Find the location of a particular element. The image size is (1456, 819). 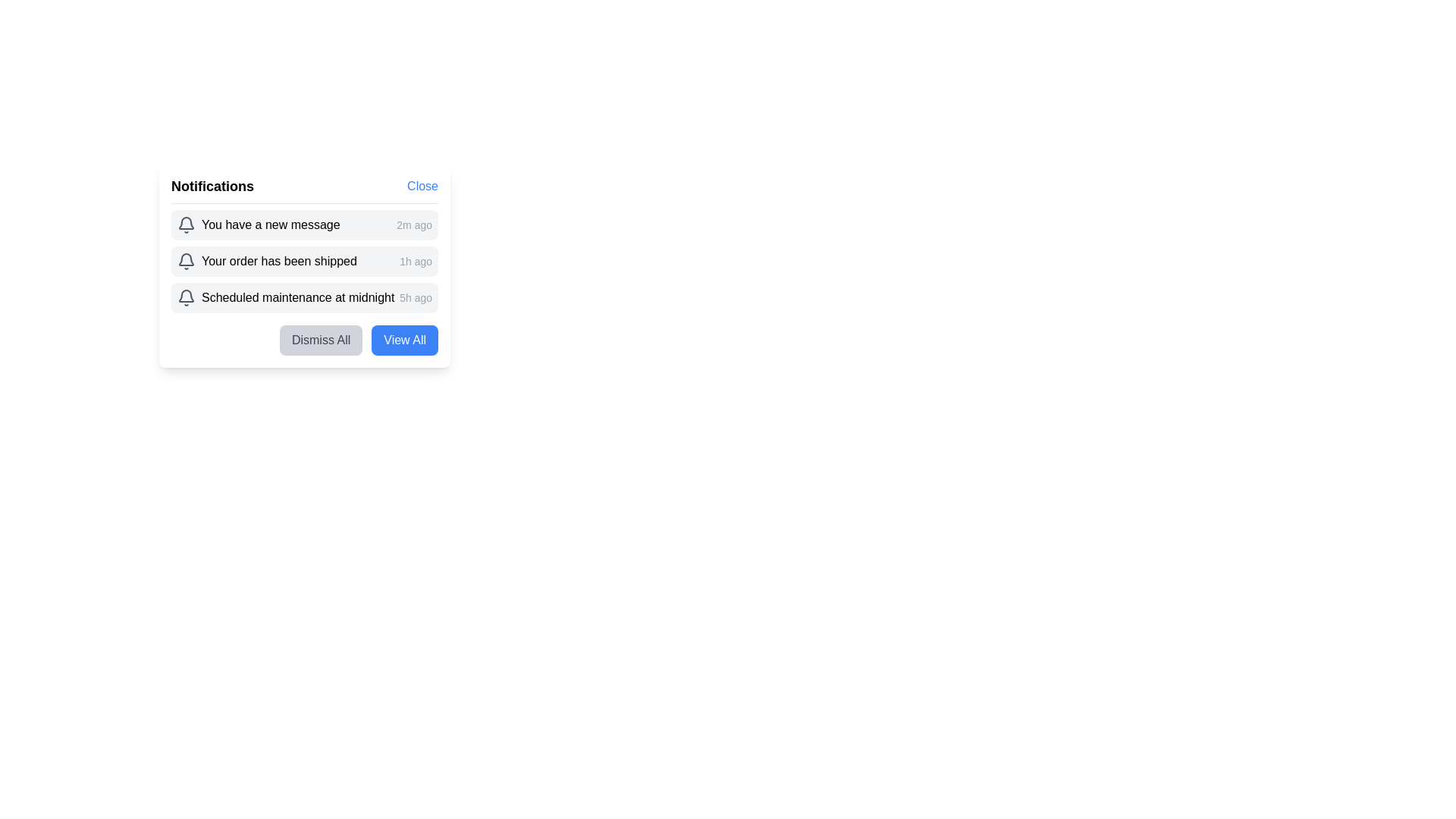

the notification text displaying 'Your order has been shipped', which is the second notification in the list, located below 'You have a new message' is located at coordinates (267, 260).